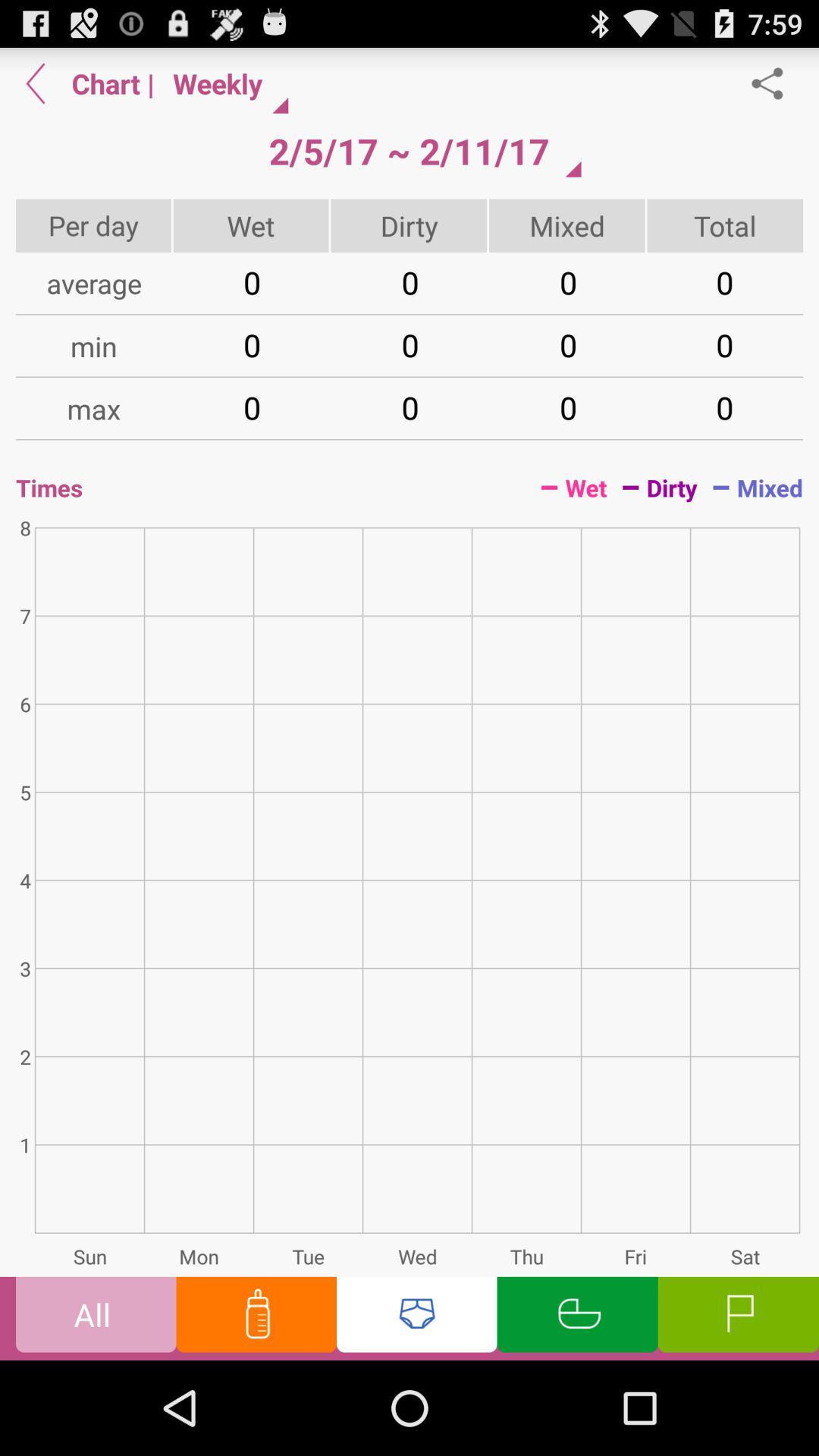  What do you see at coordinates (35, 89) in the screenshot?
I see `the arrow_backward icon` at bounding box center [35, 89].